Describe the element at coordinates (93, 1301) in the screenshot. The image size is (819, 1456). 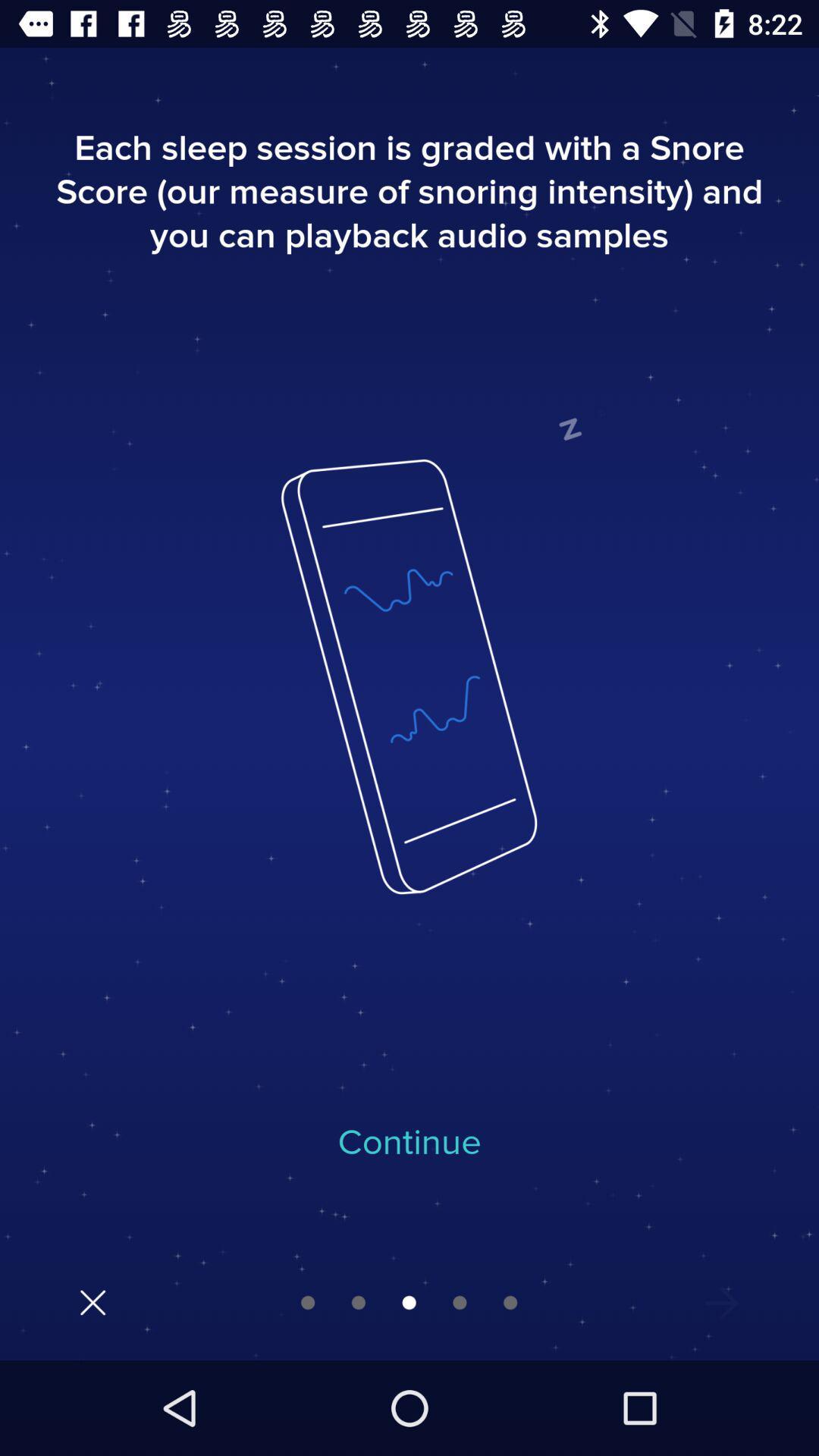
I see `click close option` at that location.